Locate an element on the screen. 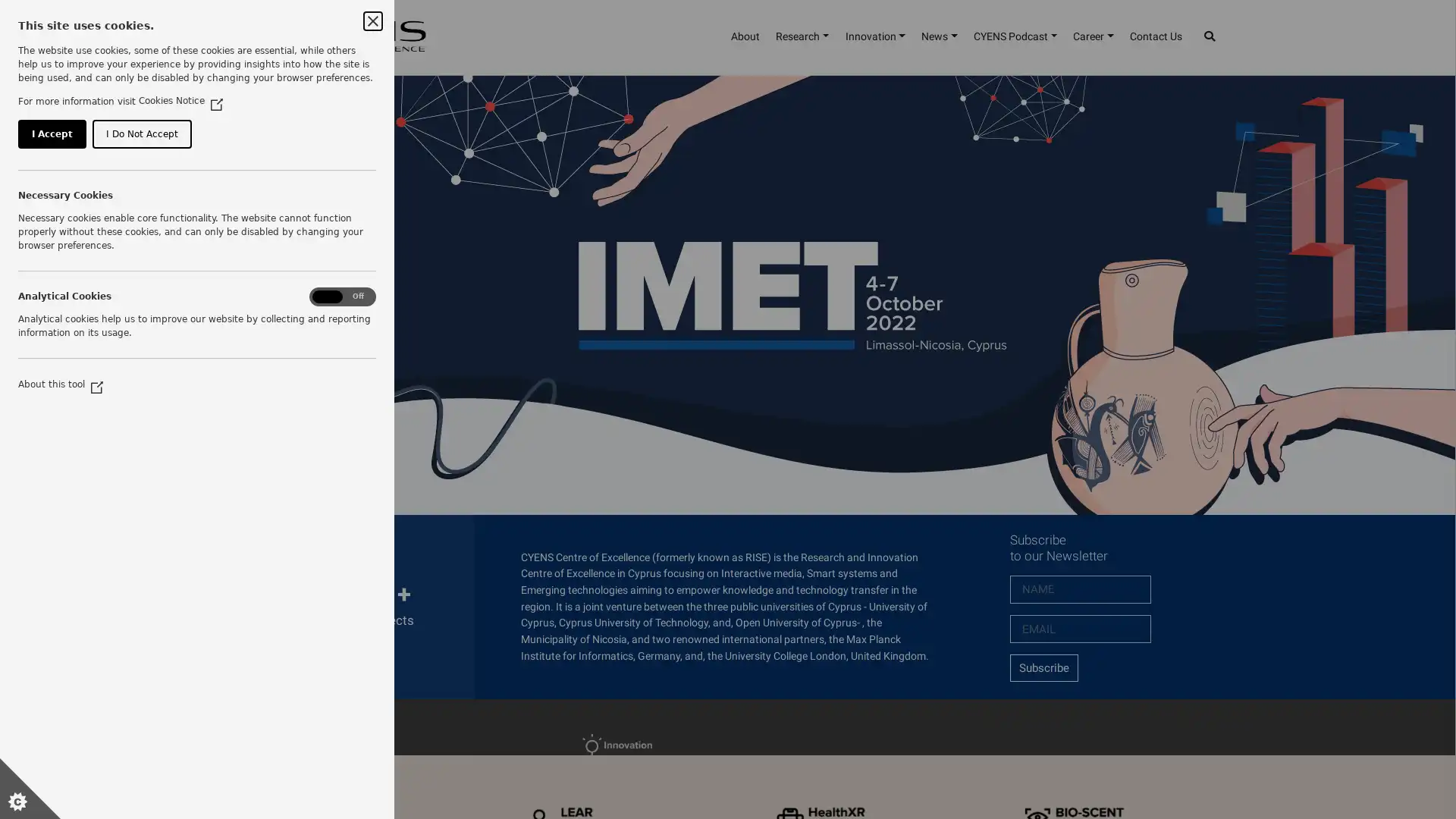  Close Cookie Control is located at coordinates (372, 20).